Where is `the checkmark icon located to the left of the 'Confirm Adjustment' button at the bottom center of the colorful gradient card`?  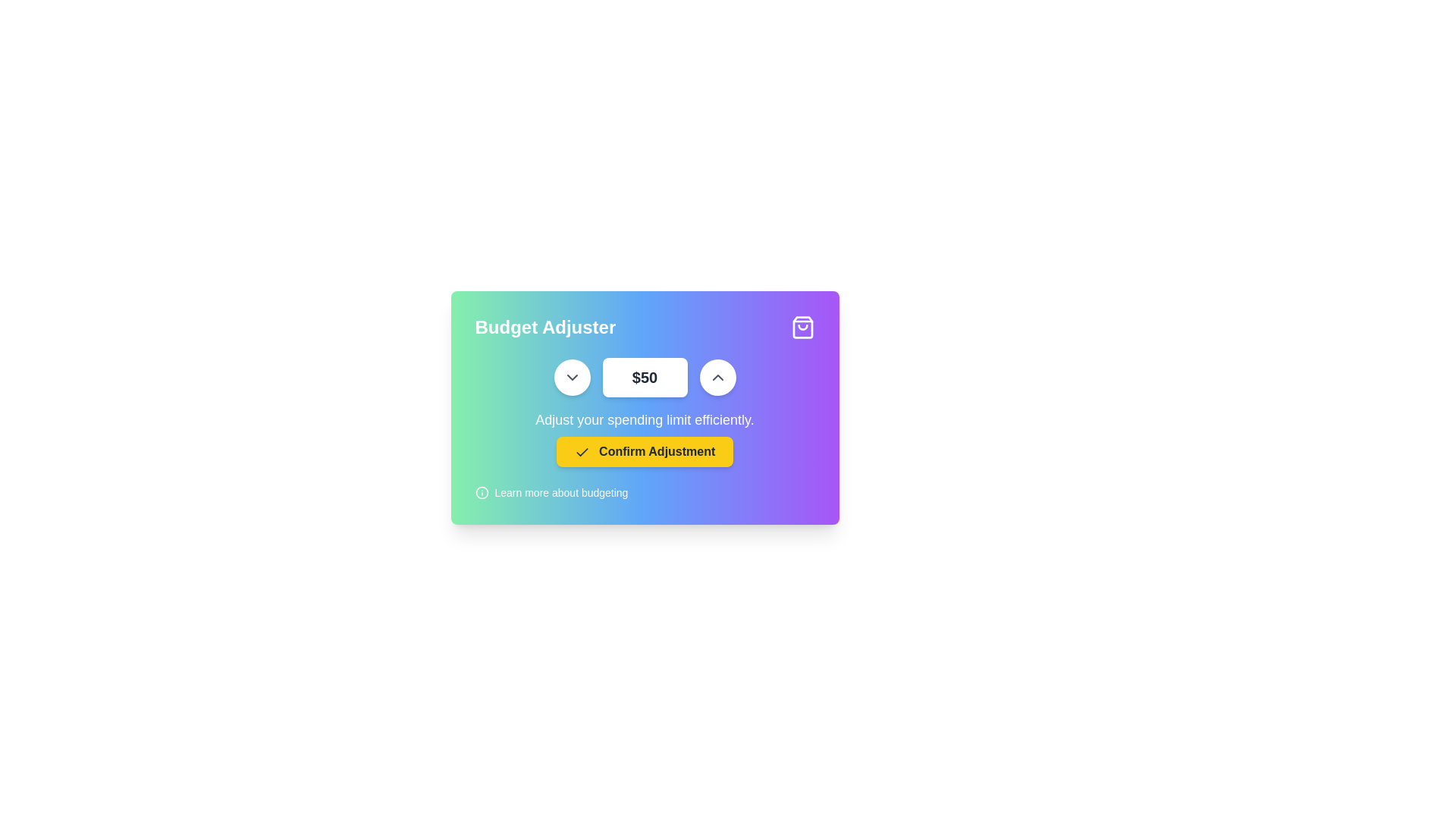
the checkmark icon located to the left of the 'Confirm Adjustment' button at the bottom center of the colorful gradient card is located at coordinates (581, 451).